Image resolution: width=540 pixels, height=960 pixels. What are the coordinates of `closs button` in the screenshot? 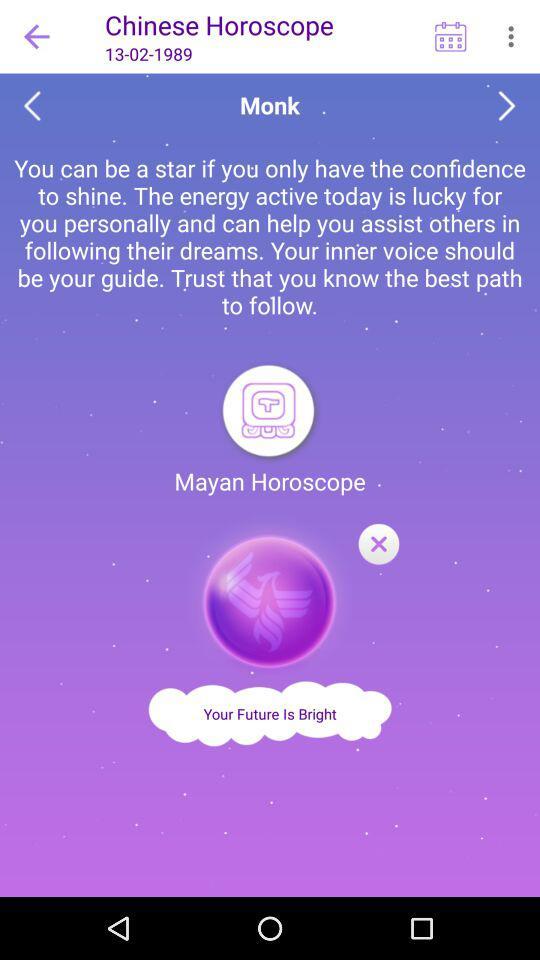 It's located at (378, 545).